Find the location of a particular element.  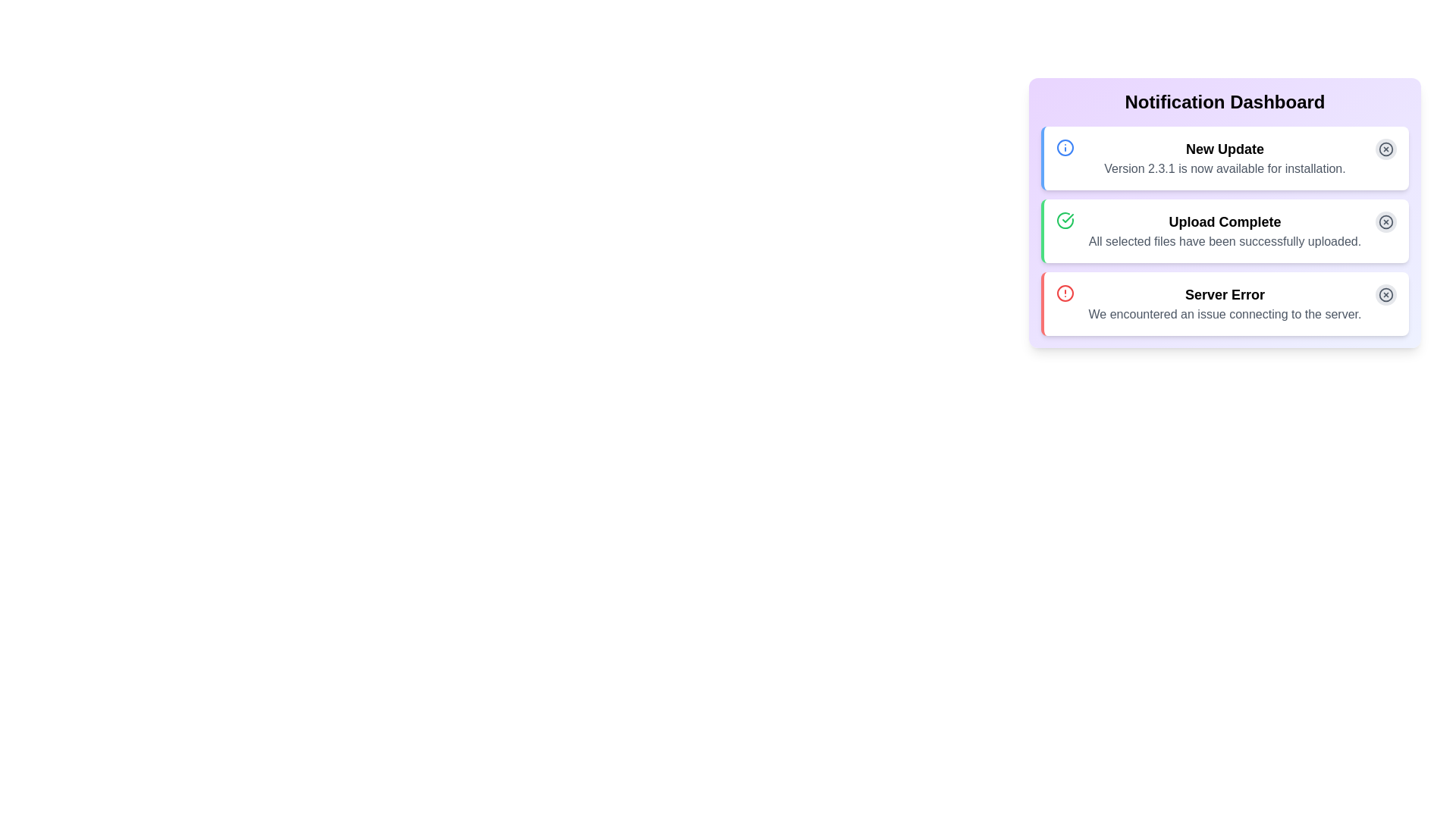

the dismiss button located in the top-right corner of the 'New Update' notification box is located at coordinates (1386, 149).